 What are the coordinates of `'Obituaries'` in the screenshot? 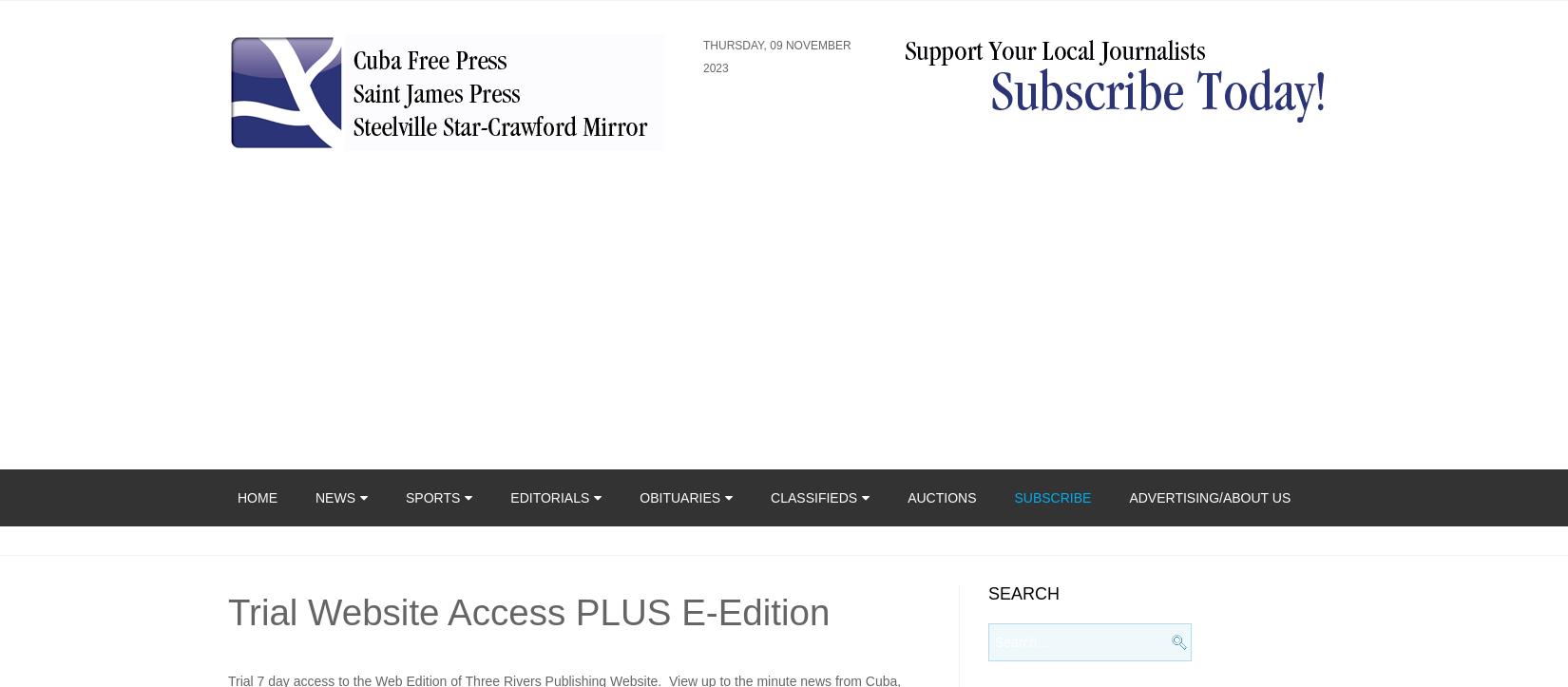 It's located at (639, 497).